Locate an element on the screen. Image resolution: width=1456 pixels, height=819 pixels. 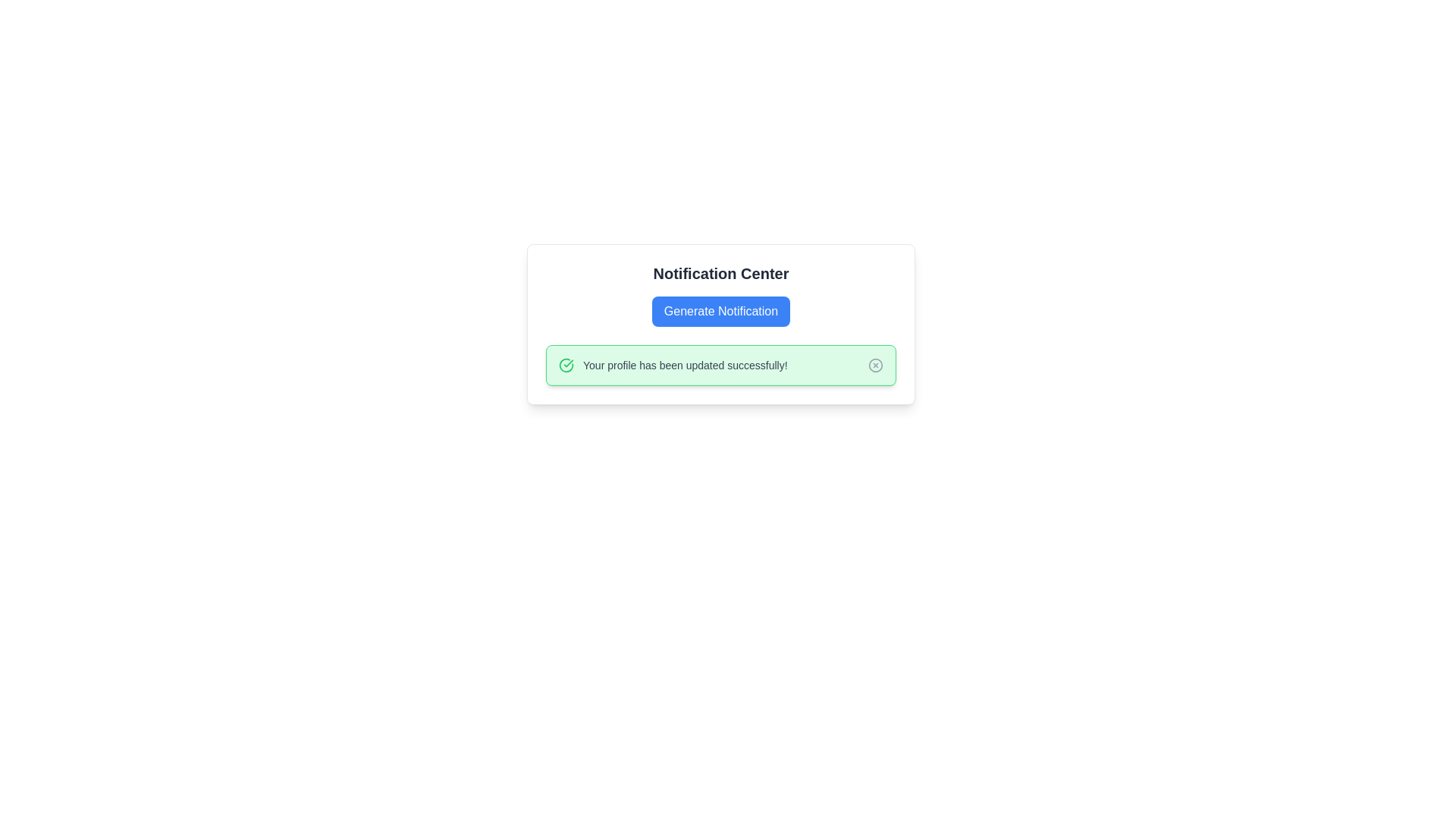
the green circular checkmark icon that indicates a successful profile update notification is located at coordinates (566, 366).